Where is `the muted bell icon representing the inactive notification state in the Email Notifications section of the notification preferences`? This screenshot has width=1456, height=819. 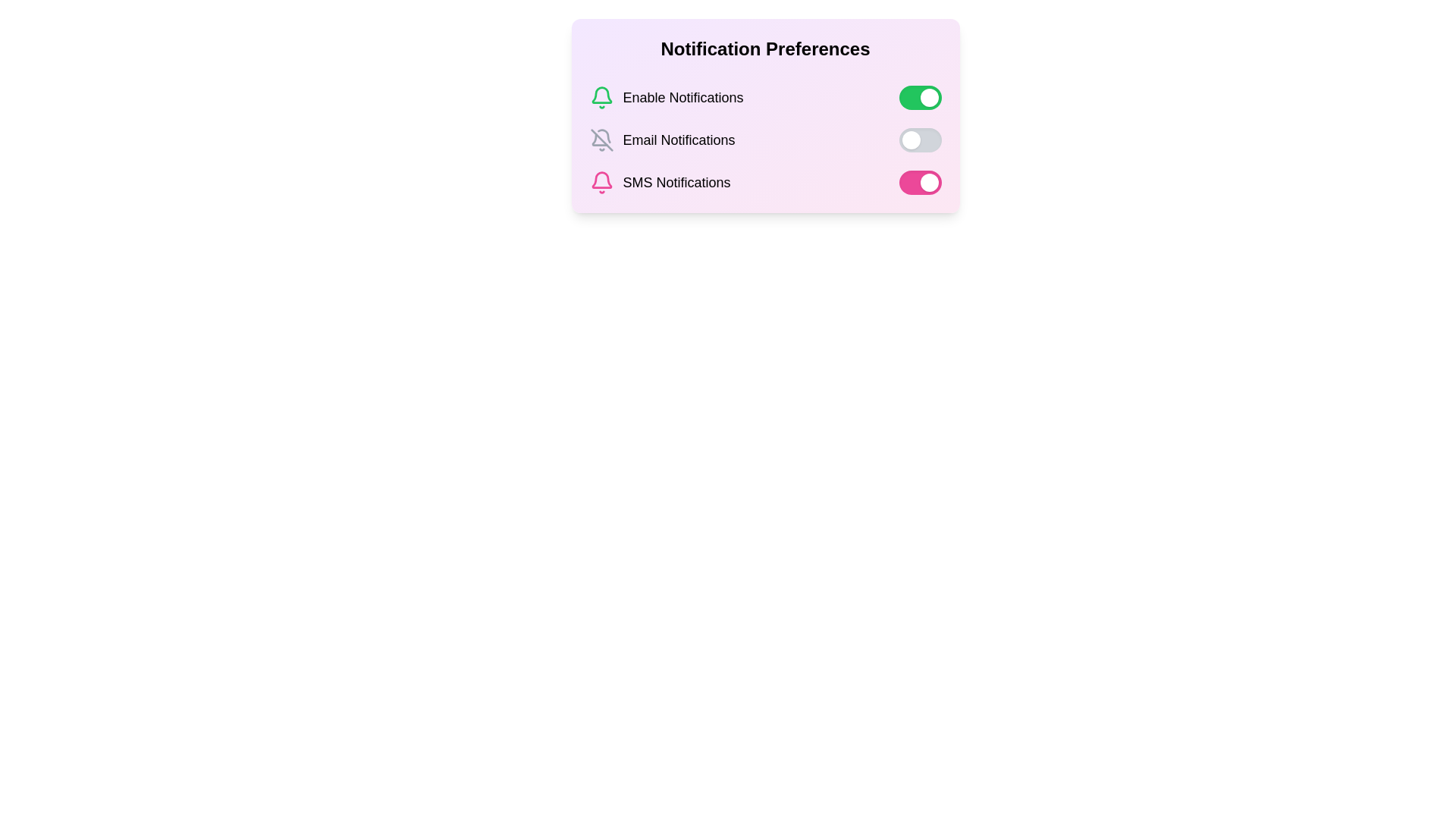 the muted bell icon representing the inactive notification state in the Email Notifications section of the notification preferences is located at coordinates (603, 135).